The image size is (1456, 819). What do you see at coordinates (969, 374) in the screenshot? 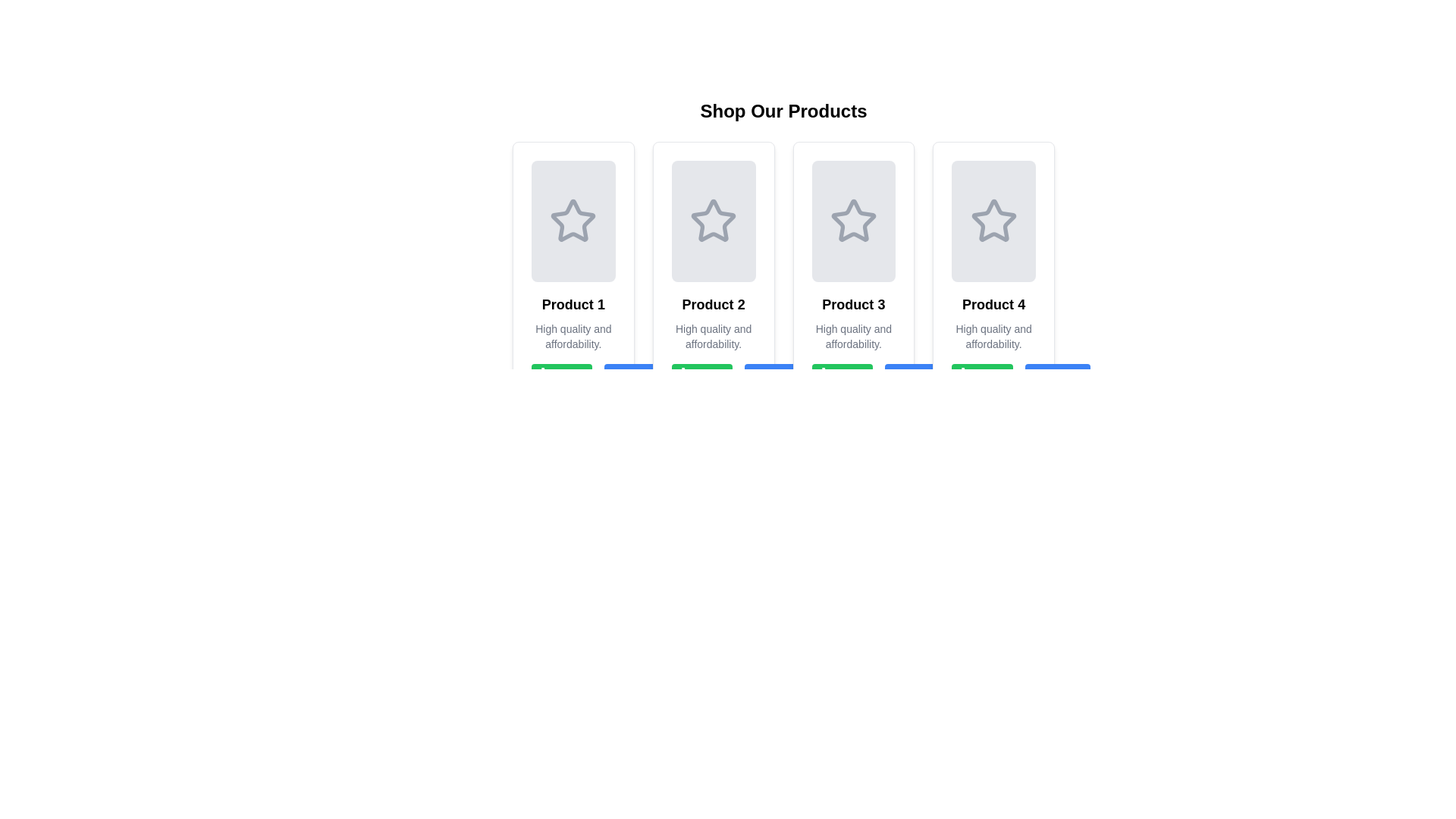
I see `shopping cart icon represented as a vector graphic element within the SVG image, located in the UI card labeled 'Product 4' for debugging purposes` at bounding box center [969, 374].